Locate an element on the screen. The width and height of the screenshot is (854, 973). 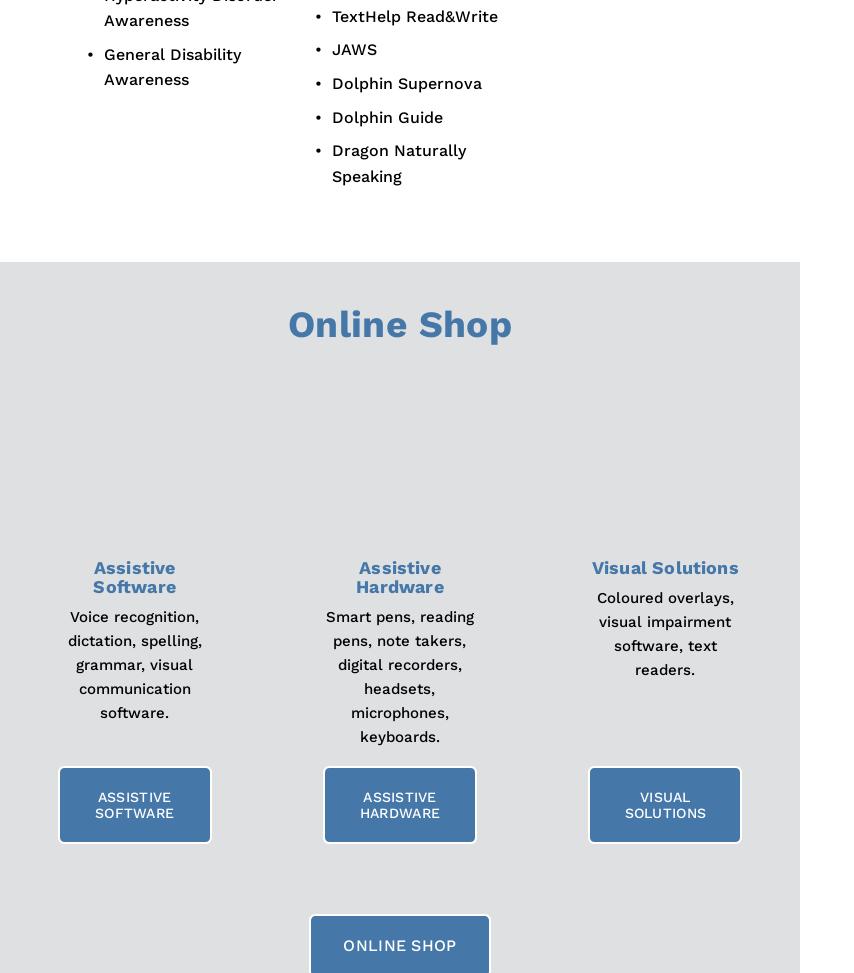
'ONLINE SHOP' is located at coordinates (399, 944).